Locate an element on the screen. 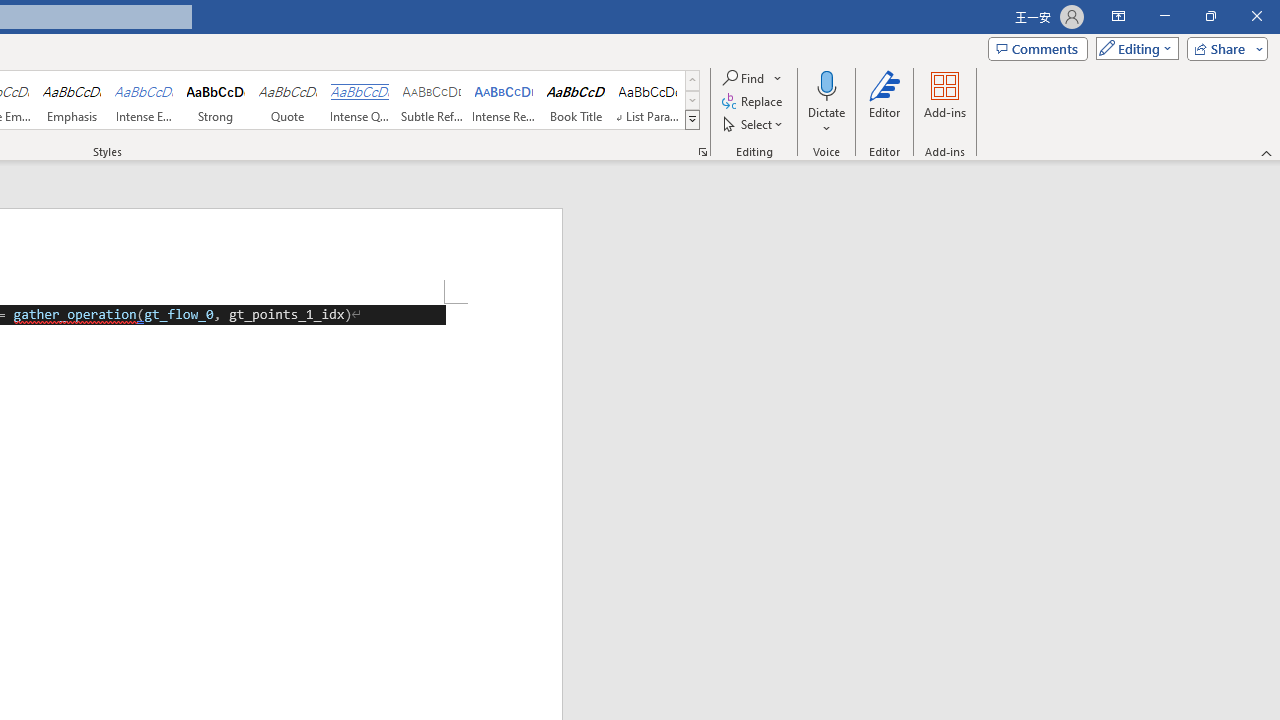 Image resolution: width=1280 pixels, height=720 pixels. 'Replace...' is located at coordinates (752, 101).